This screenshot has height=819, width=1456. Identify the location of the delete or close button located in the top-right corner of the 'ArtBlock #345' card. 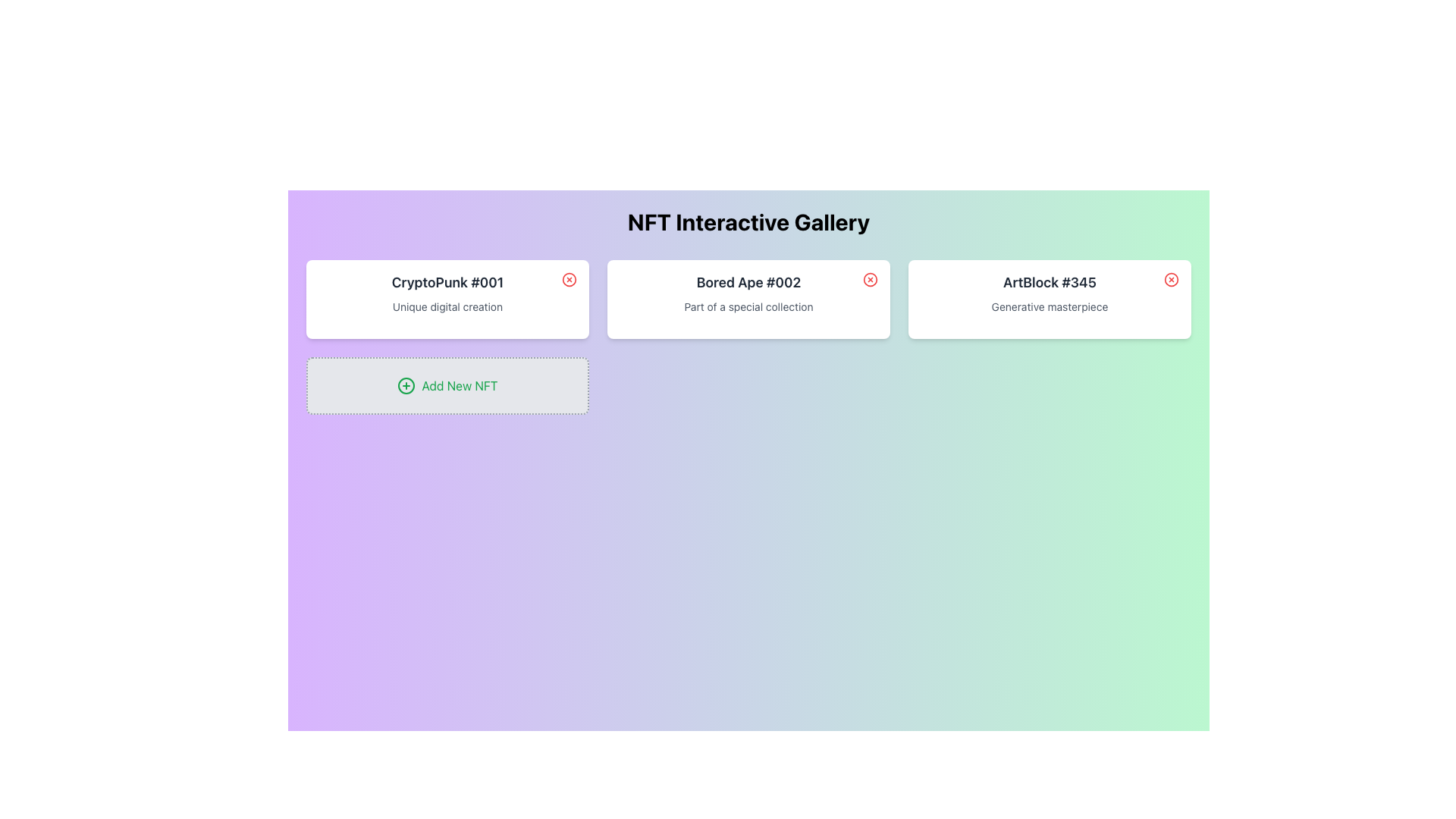
(1171, 280).